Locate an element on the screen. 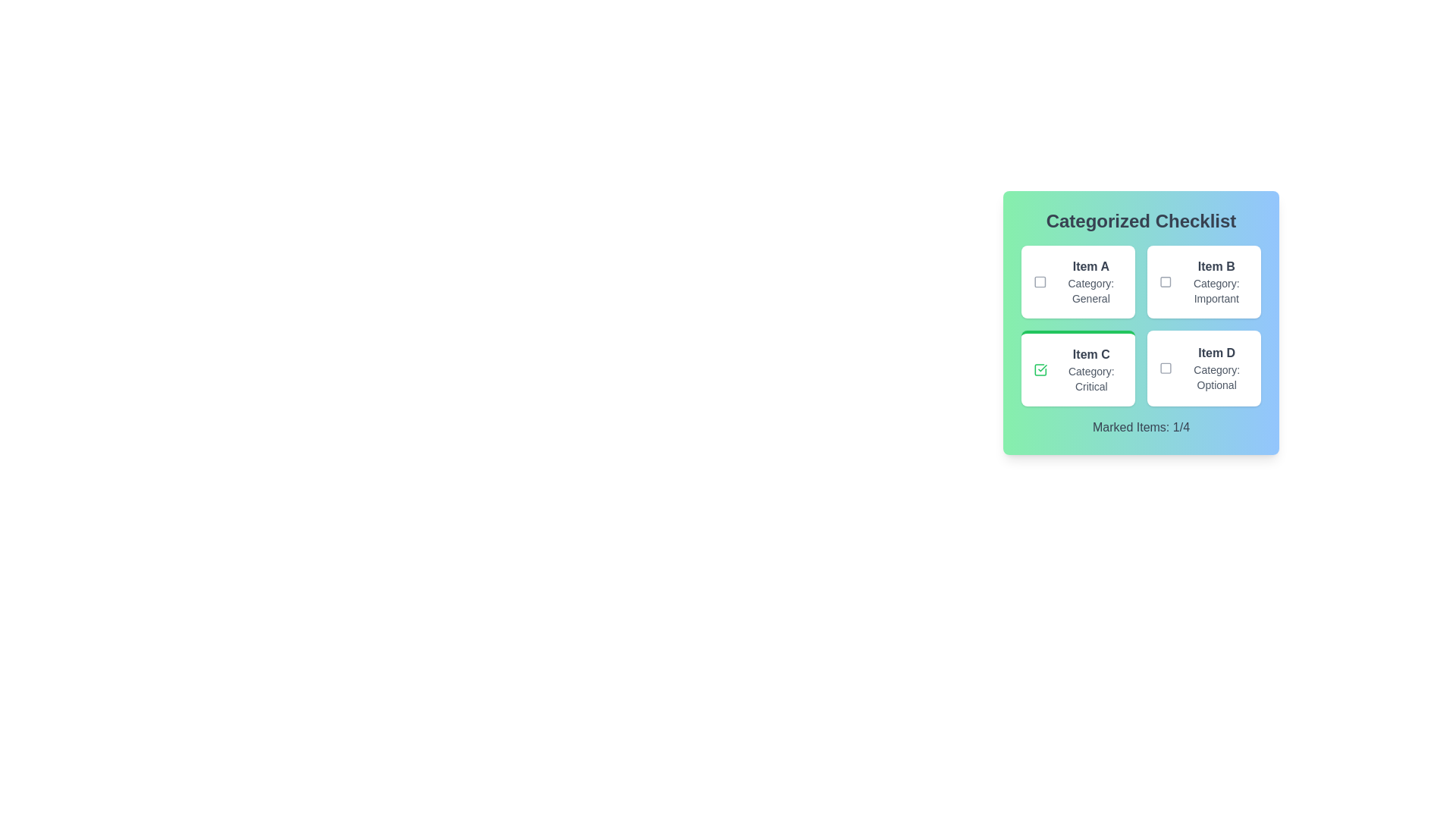 This screenshot has height=819, width=1456. the checklist item labeled Item A to view its hover effects is located at coordinates (1077, 281).